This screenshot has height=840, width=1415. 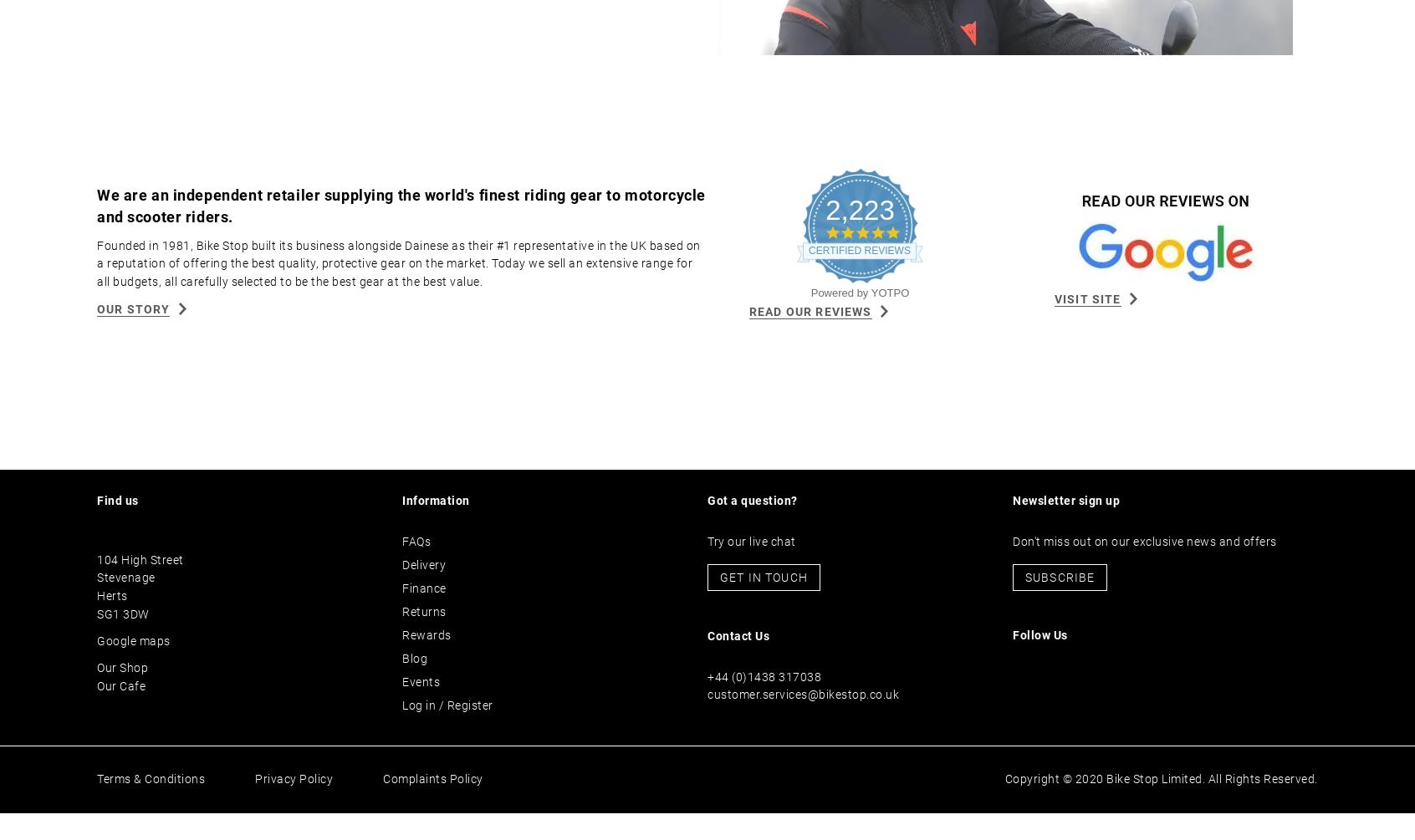 What do you see at coordinates (719, 605) in the screenshot?
I see `'Get in touch'` at bounding box center [719, 605].